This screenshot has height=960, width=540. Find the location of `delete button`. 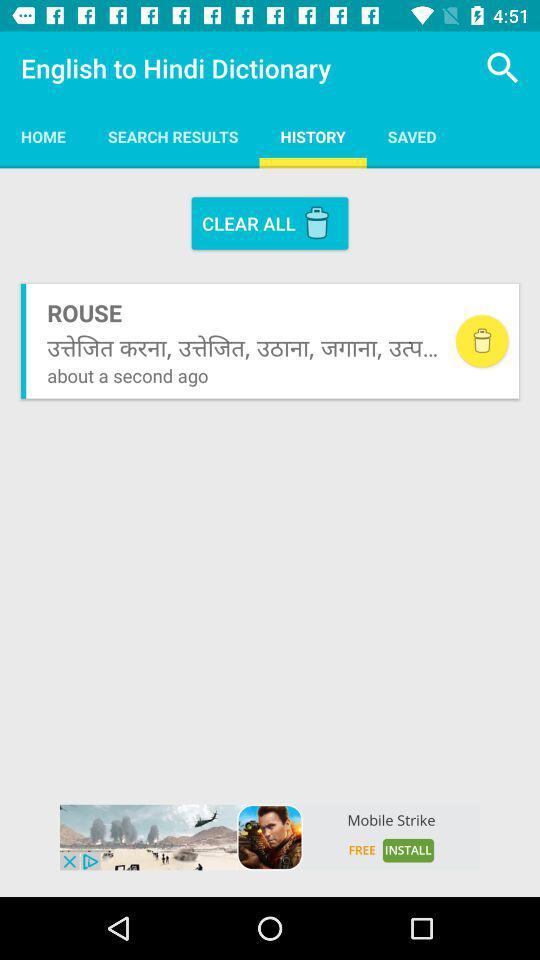

delete button is located at coordinates (481, 341).